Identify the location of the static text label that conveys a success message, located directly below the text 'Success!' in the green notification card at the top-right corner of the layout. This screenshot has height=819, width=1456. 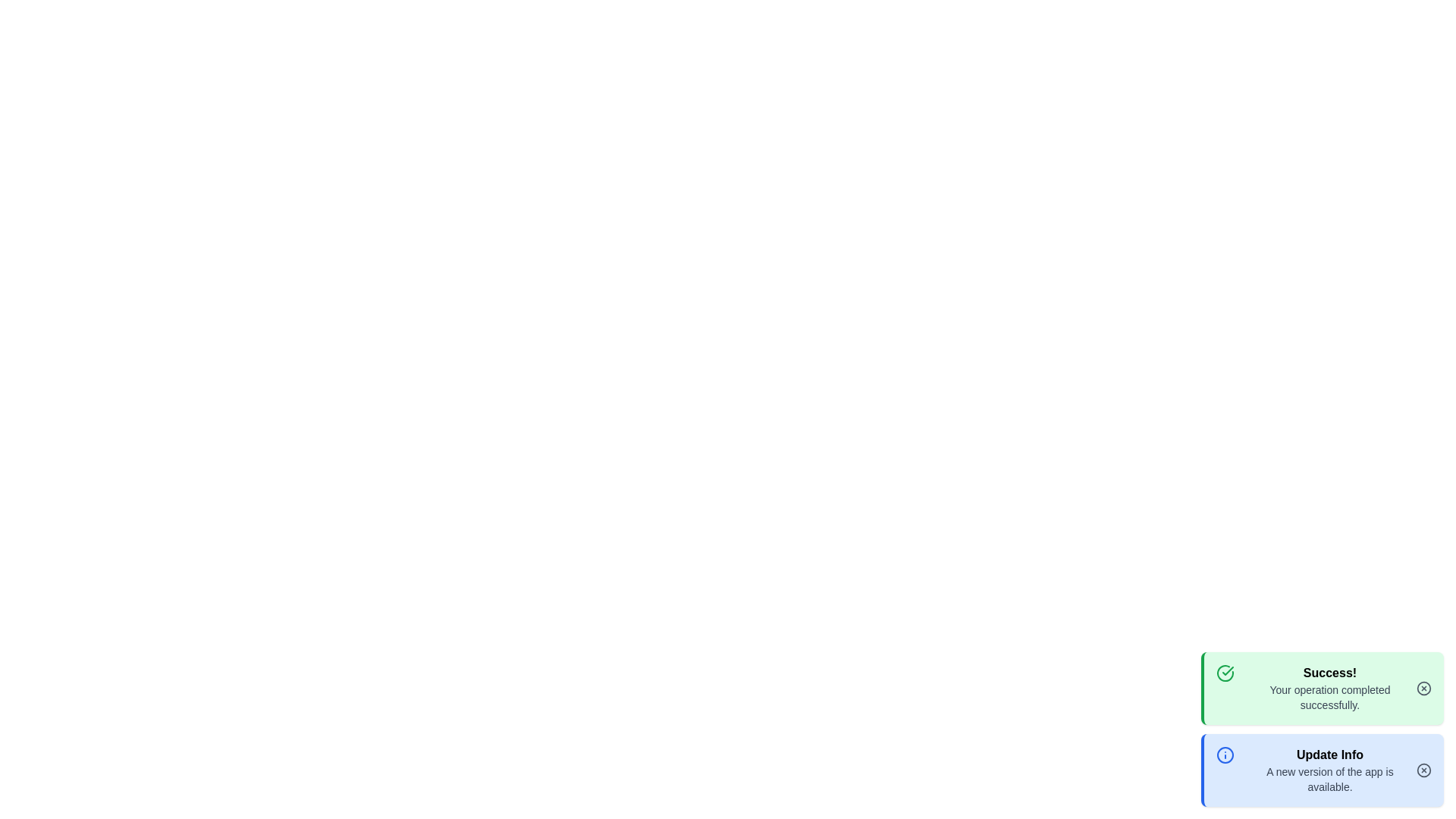
(1329, 698).